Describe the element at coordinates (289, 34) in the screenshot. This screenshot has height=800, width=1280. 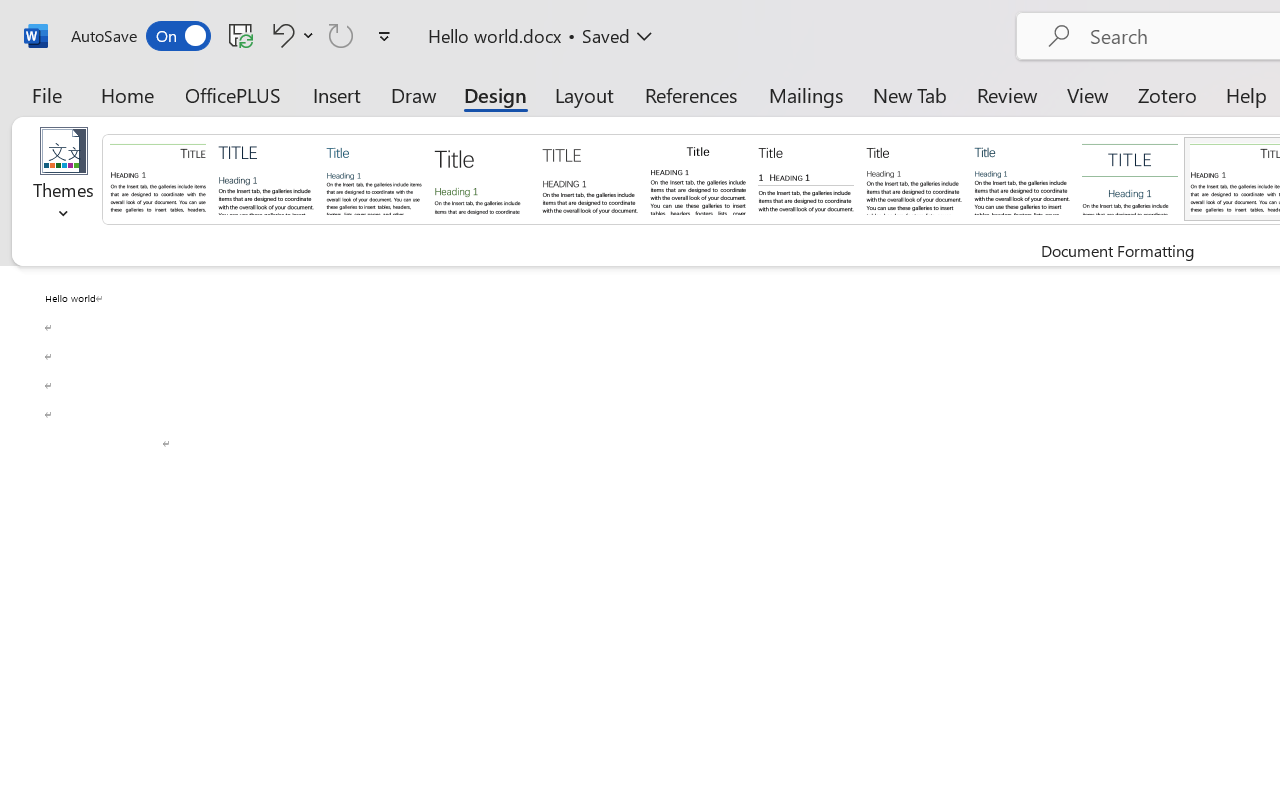
I see `'Undo Apply Quick Style Set'` at that location.